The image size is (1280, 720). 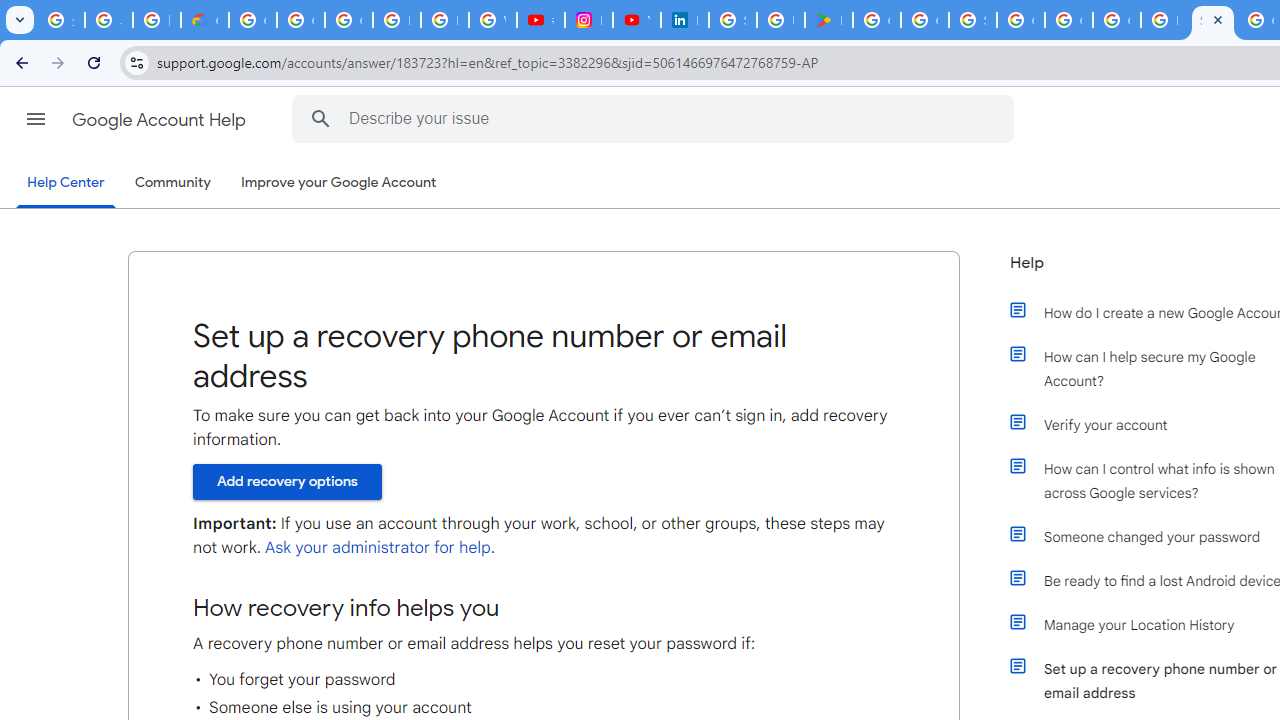 What do you see at coordinates (731, 20) in the screenshot?
I see `'Sign in - Google Accounts'` at bounding box center [731, 20].